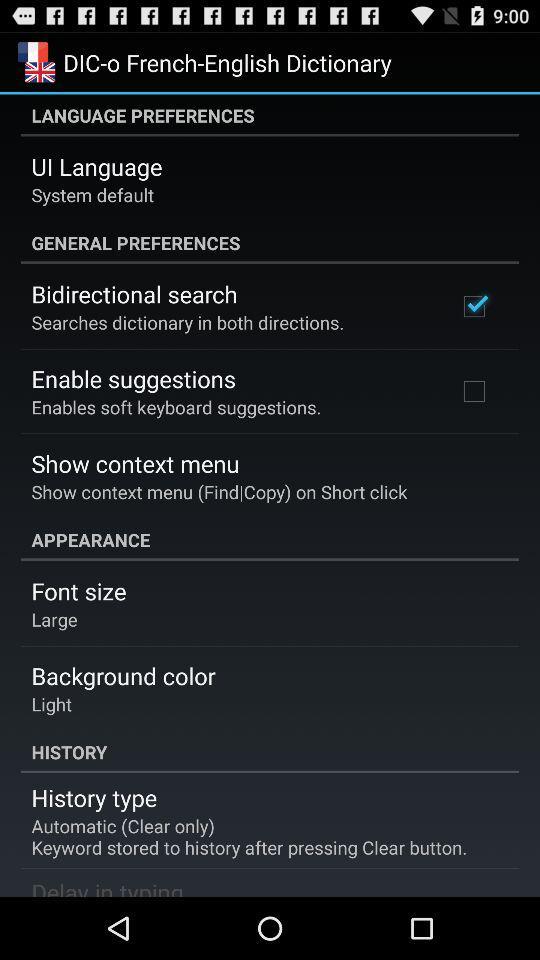 The height and width of the screenshot is (960, 540). Describe the element at coordinates (249, 836) in the screenshot. I see `app below history type icon` at that location.